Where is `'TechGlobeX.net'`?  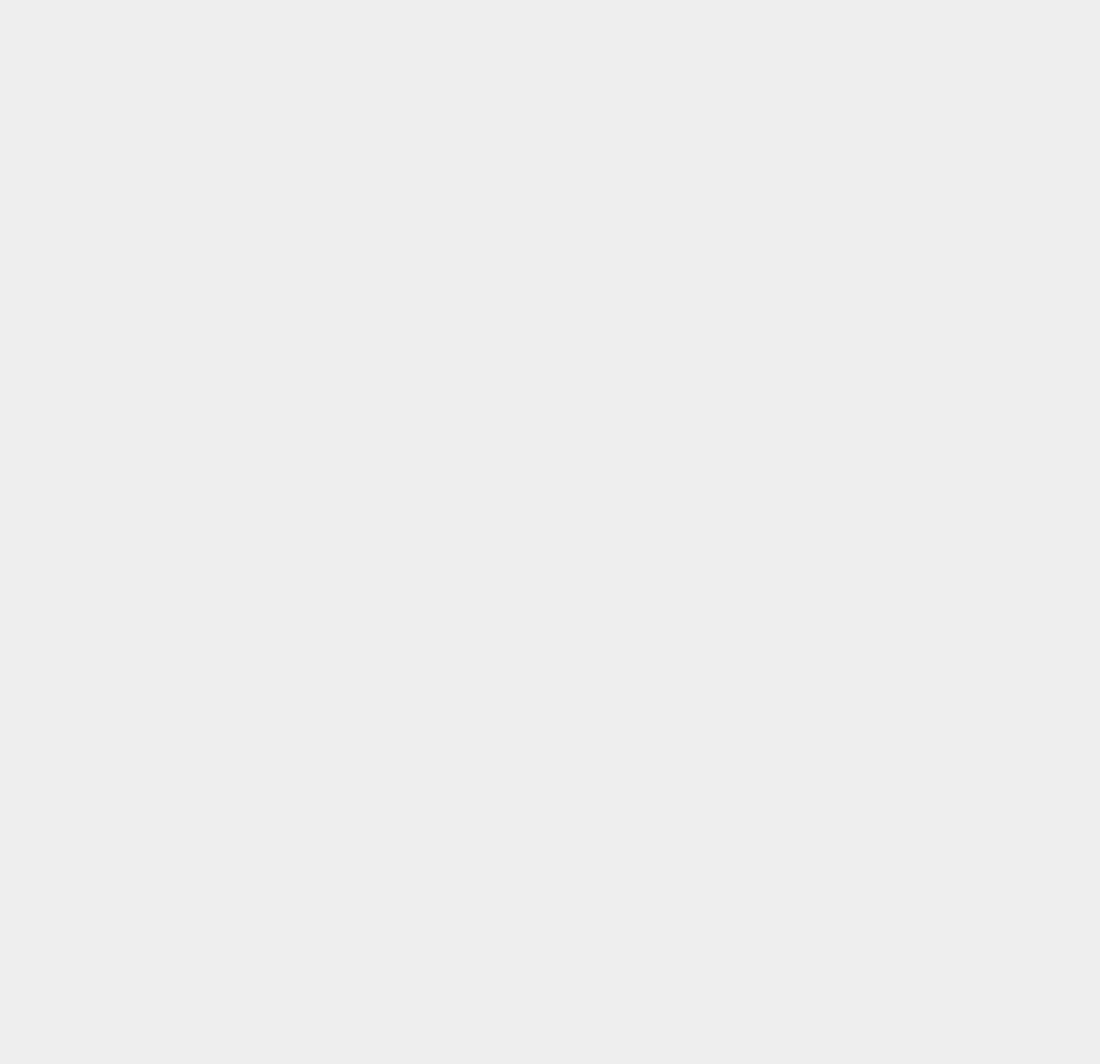 'TechGlobeX.net' is located at coordinates (778, 840).